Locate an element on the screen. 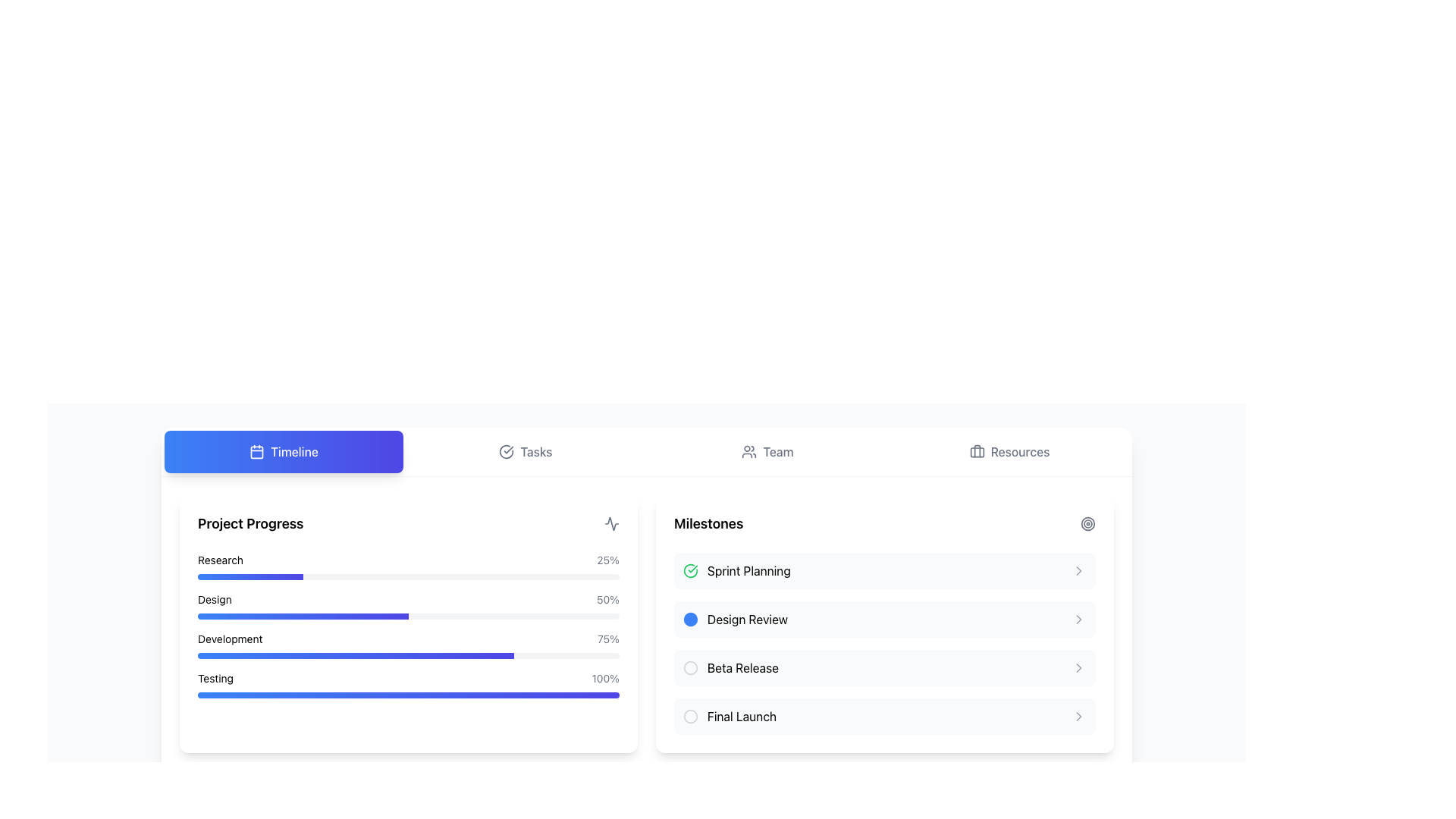  the Progress Indicator labeled 'Research' that shows '25%' in the 'Project Progress' section, located in the top-left quadrant of the interface is located at coordinates (408, 566).